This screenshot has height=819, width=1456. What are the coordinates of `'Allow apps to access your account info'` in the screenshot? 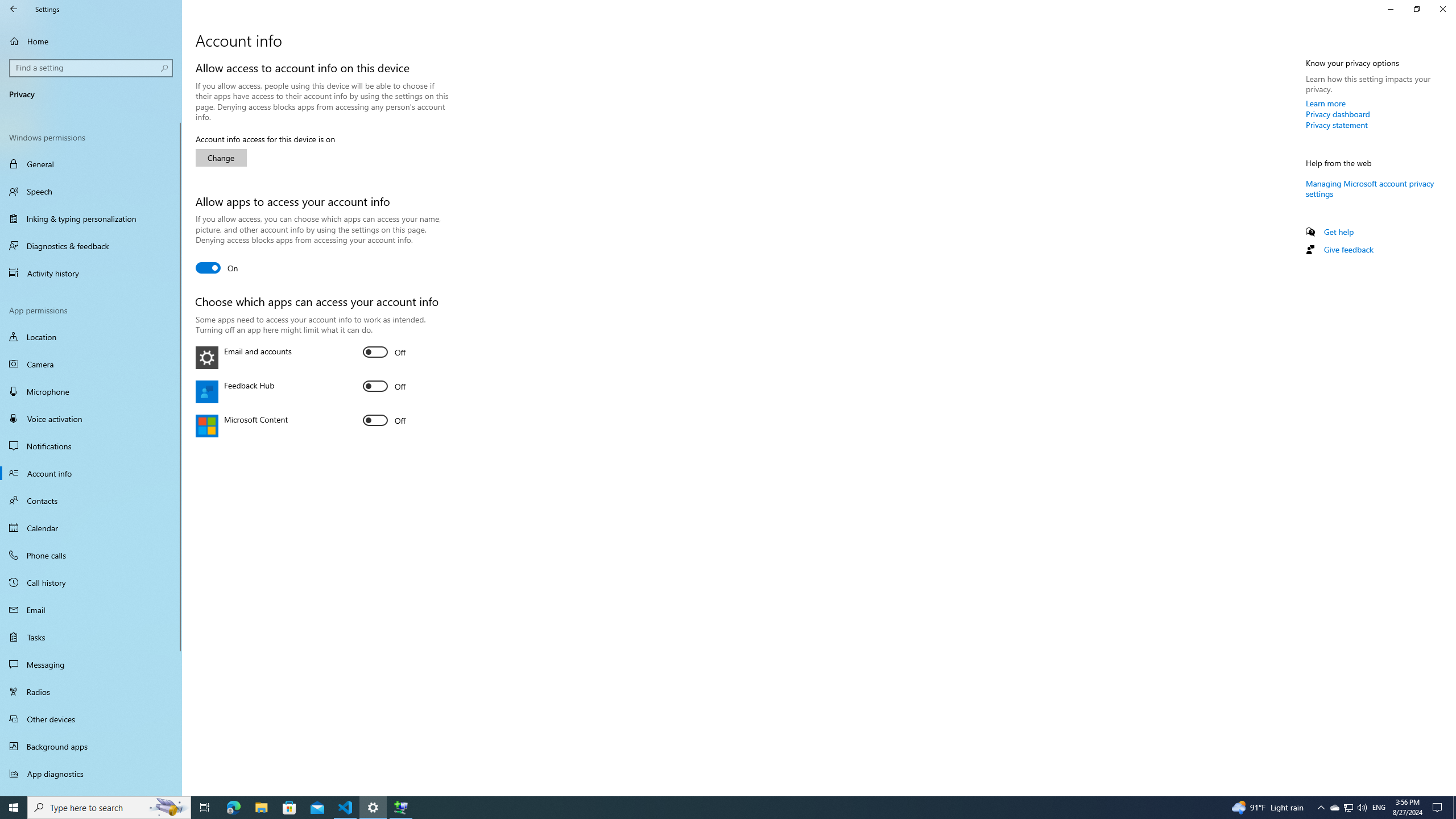 It's located at (216, 267).